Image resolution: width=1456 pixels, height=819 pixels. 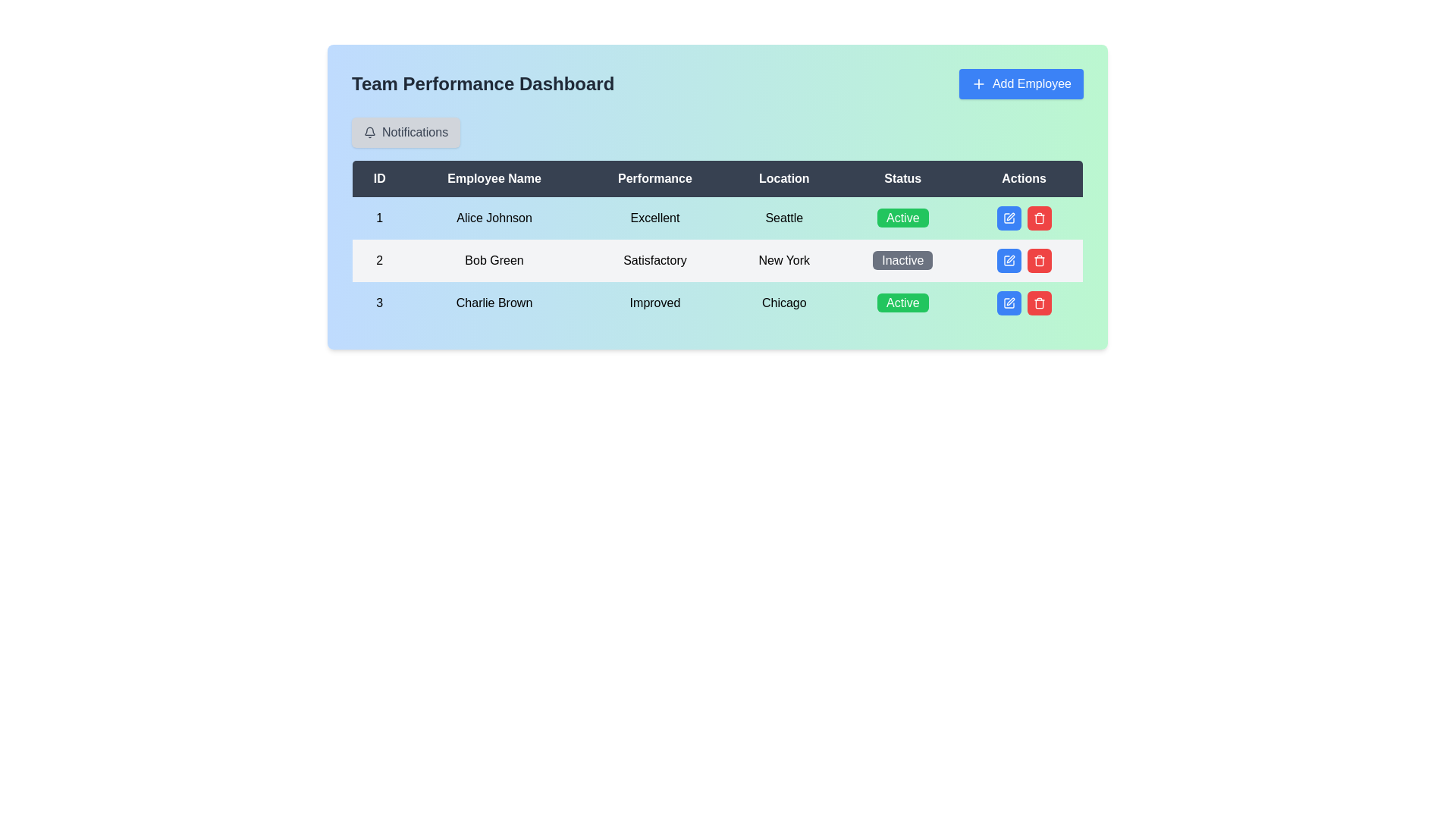 What do you see at coordinates (1021, 84) in the screenshot?
I see `the blue rectangular button labeled 'Add Employee' with a plus icon on its left, located in the top-right corner of the interface` at bounding box center [1021, 84].